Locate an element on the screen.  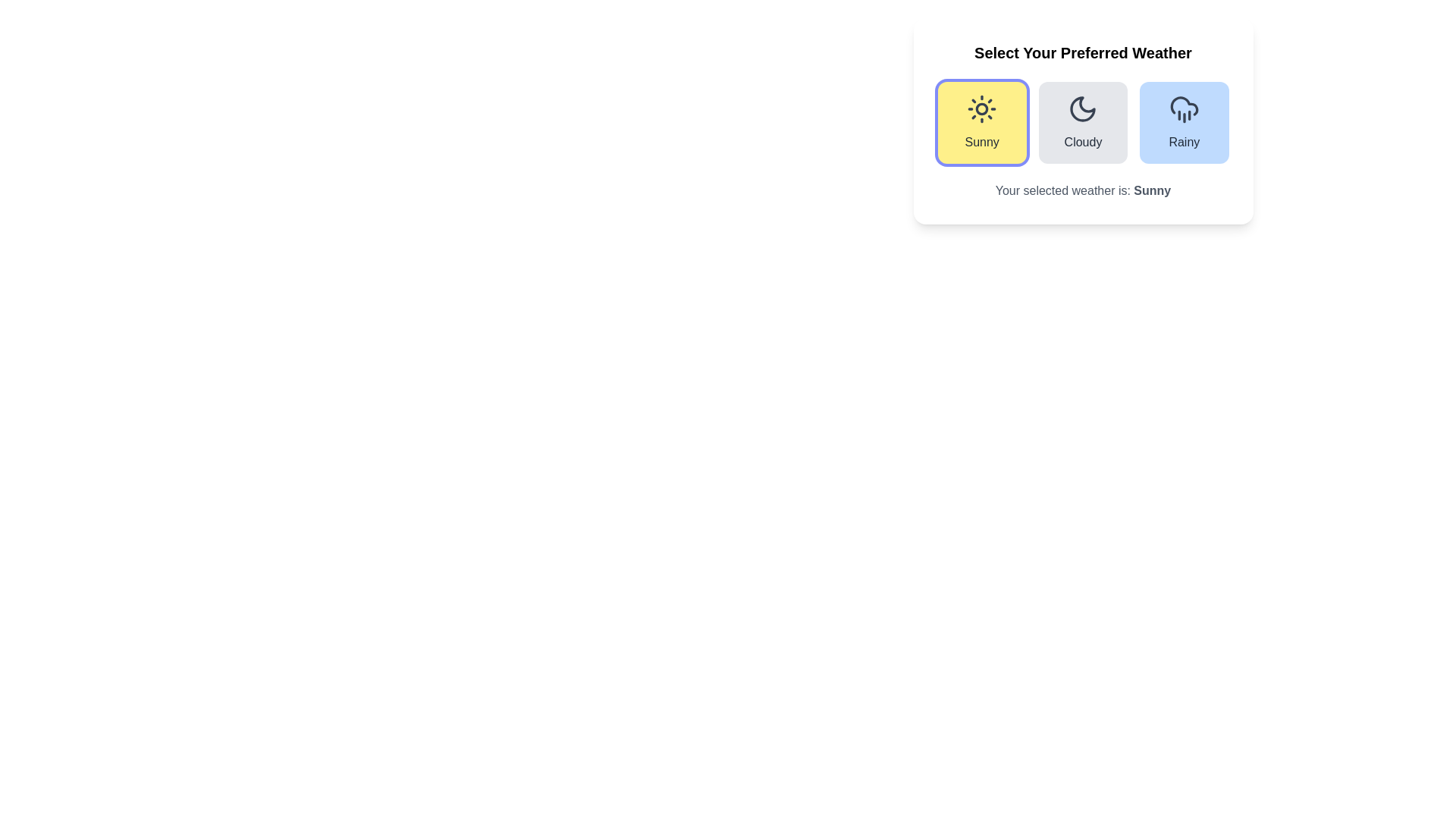
the 'Rainy' button which contains the weather condition icon indicating Rainy is located at coordinates (1183, 105).